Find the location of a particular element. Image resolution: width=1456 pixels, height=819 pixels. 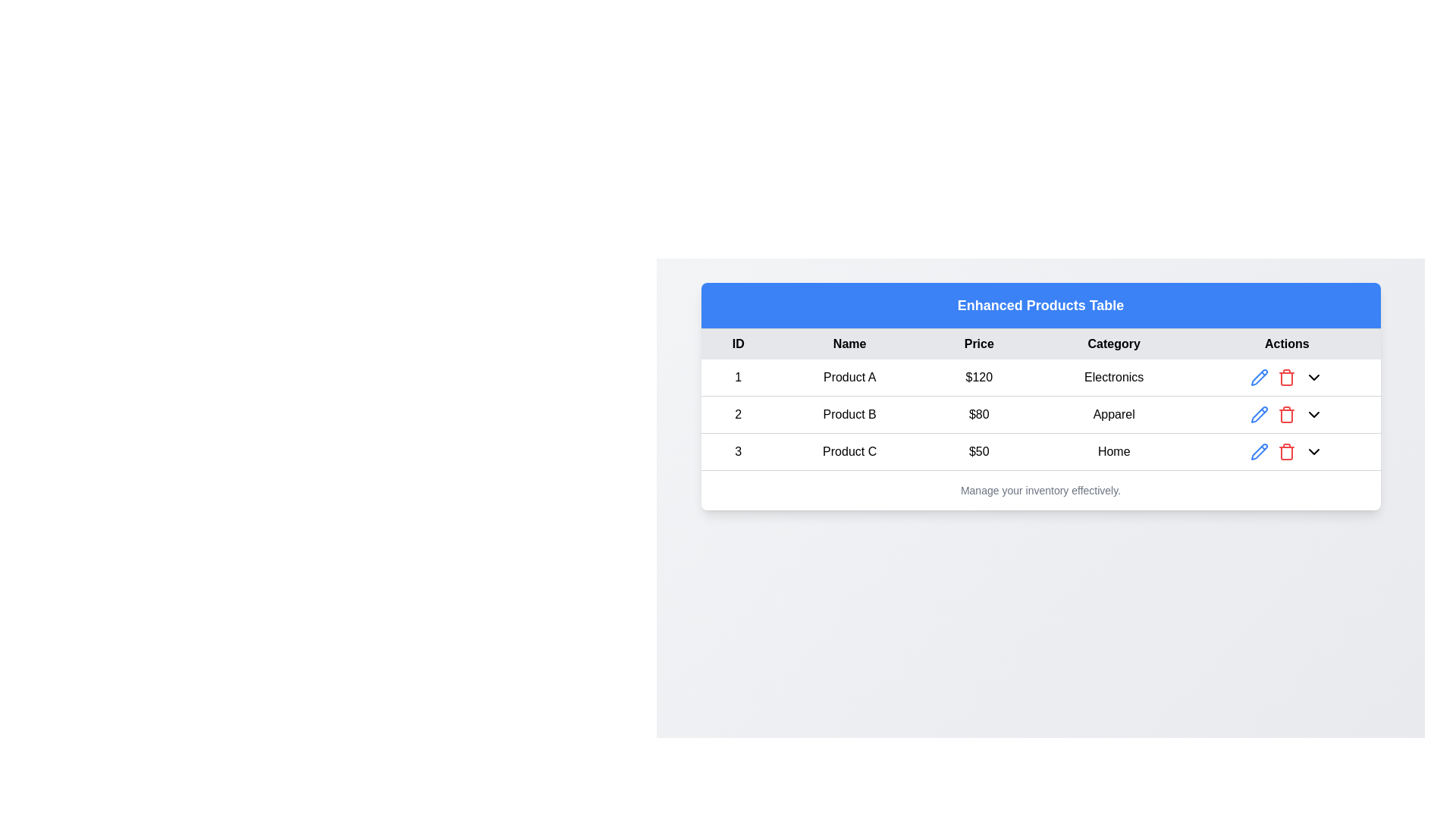

the row representing 'Product B' in the 'Enhanced Products Table' is located at coordinates (1040, 415).